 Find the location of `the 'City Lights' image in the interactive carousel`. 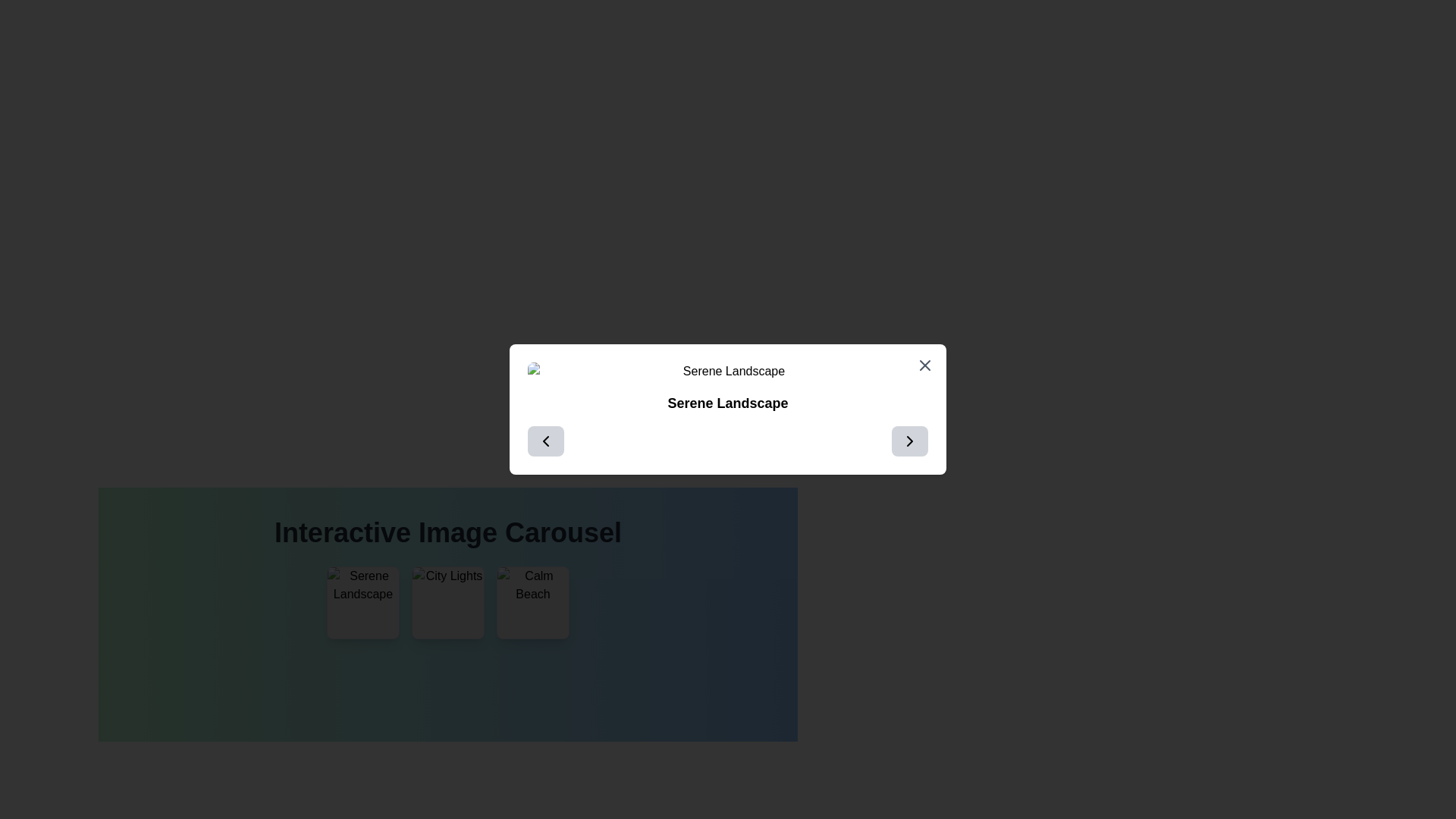

the 'City Lights' image in the interactive carousel is located at coordinates (447, 601).